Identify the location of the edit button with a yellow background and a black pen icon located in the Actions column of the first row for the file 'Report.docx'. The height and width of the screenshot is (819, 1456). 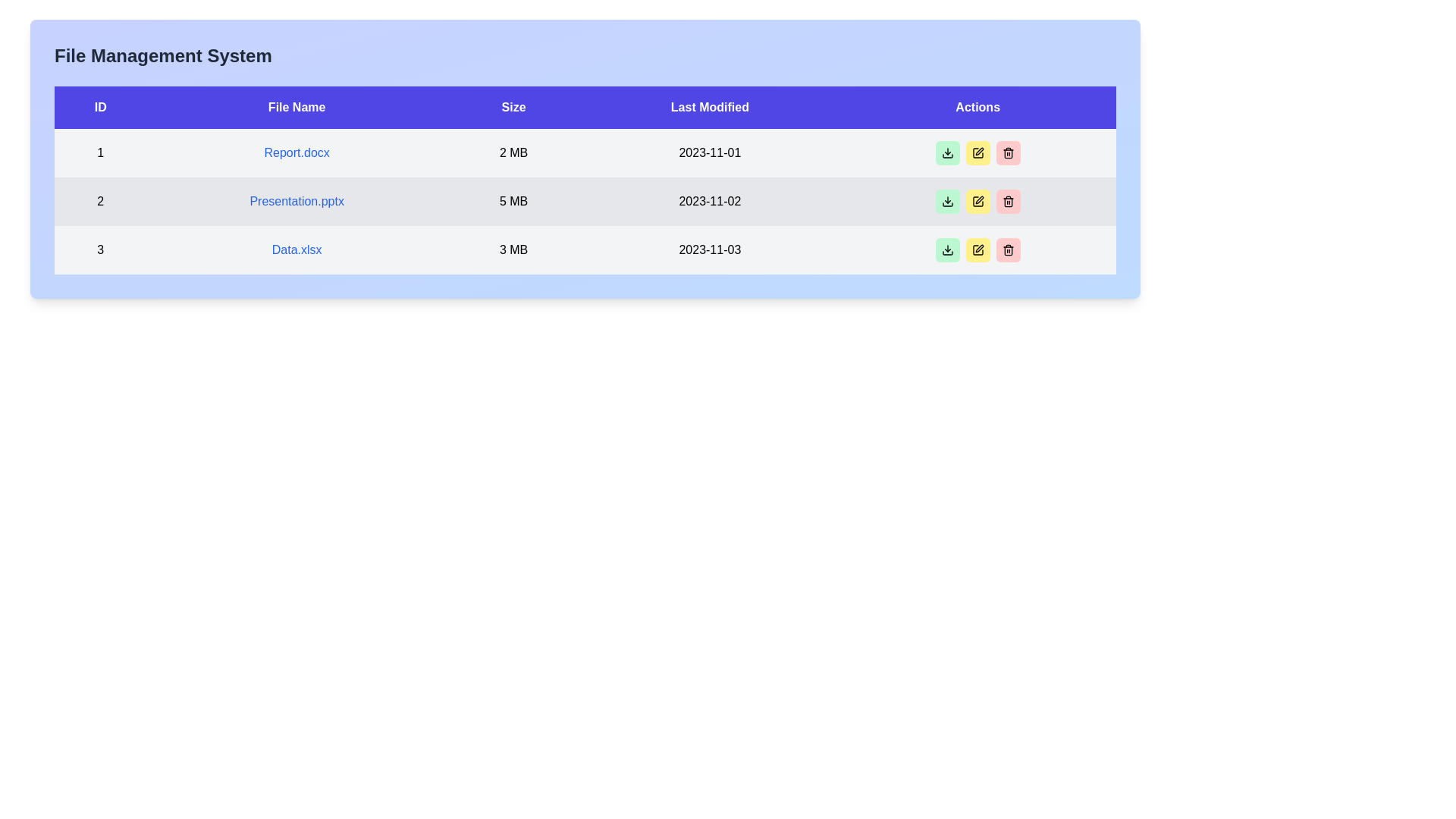
(977, 152).